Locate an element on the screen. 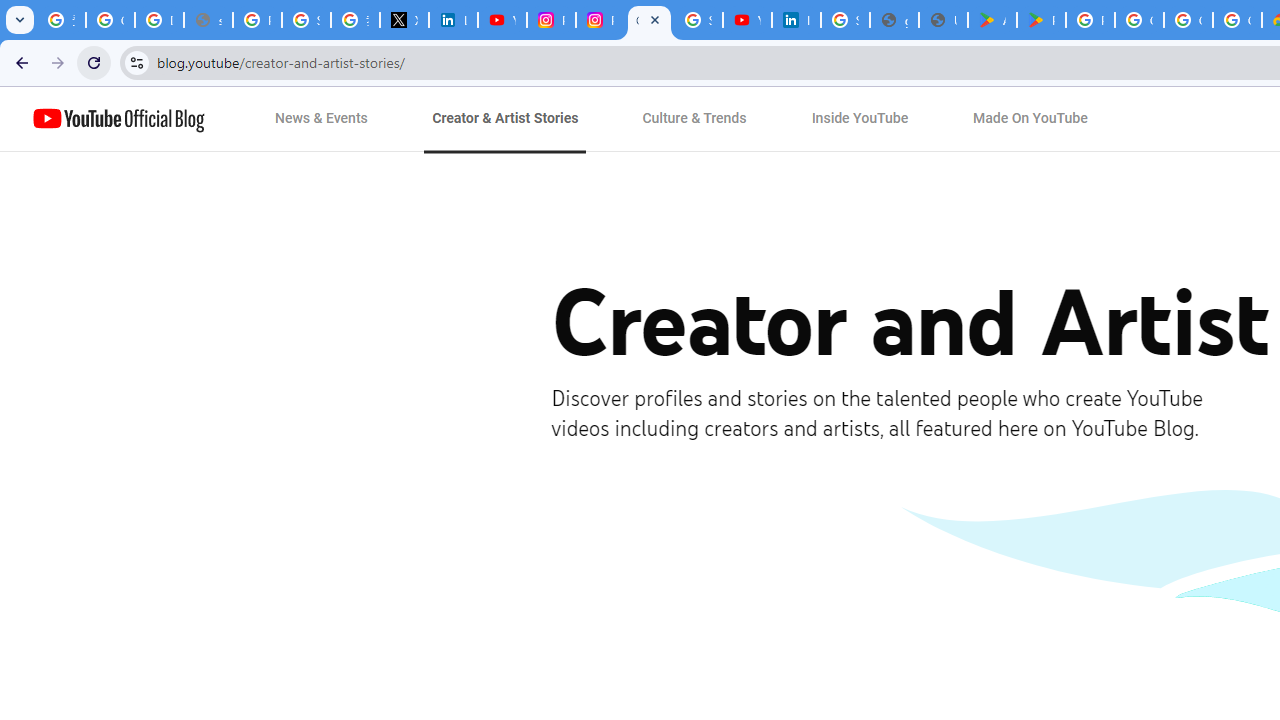 Image resolution: width=1280 pixels, height=720 pixels. 'Creator & Artist Stories' is located at coordinates (505, 119).